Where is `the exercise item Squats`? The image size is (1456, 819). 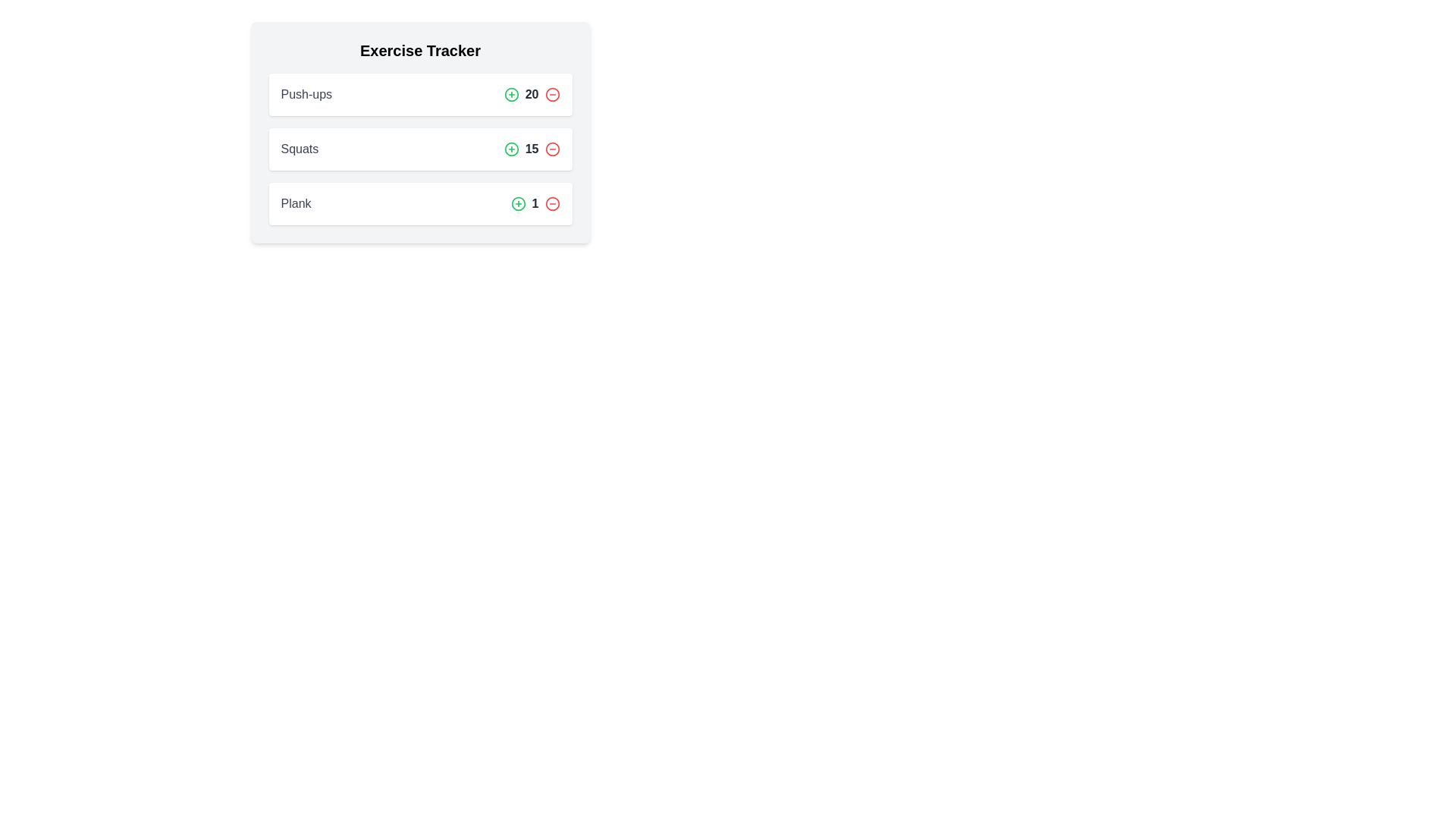 the exercise item Squats is located at coordinates (420, 149).